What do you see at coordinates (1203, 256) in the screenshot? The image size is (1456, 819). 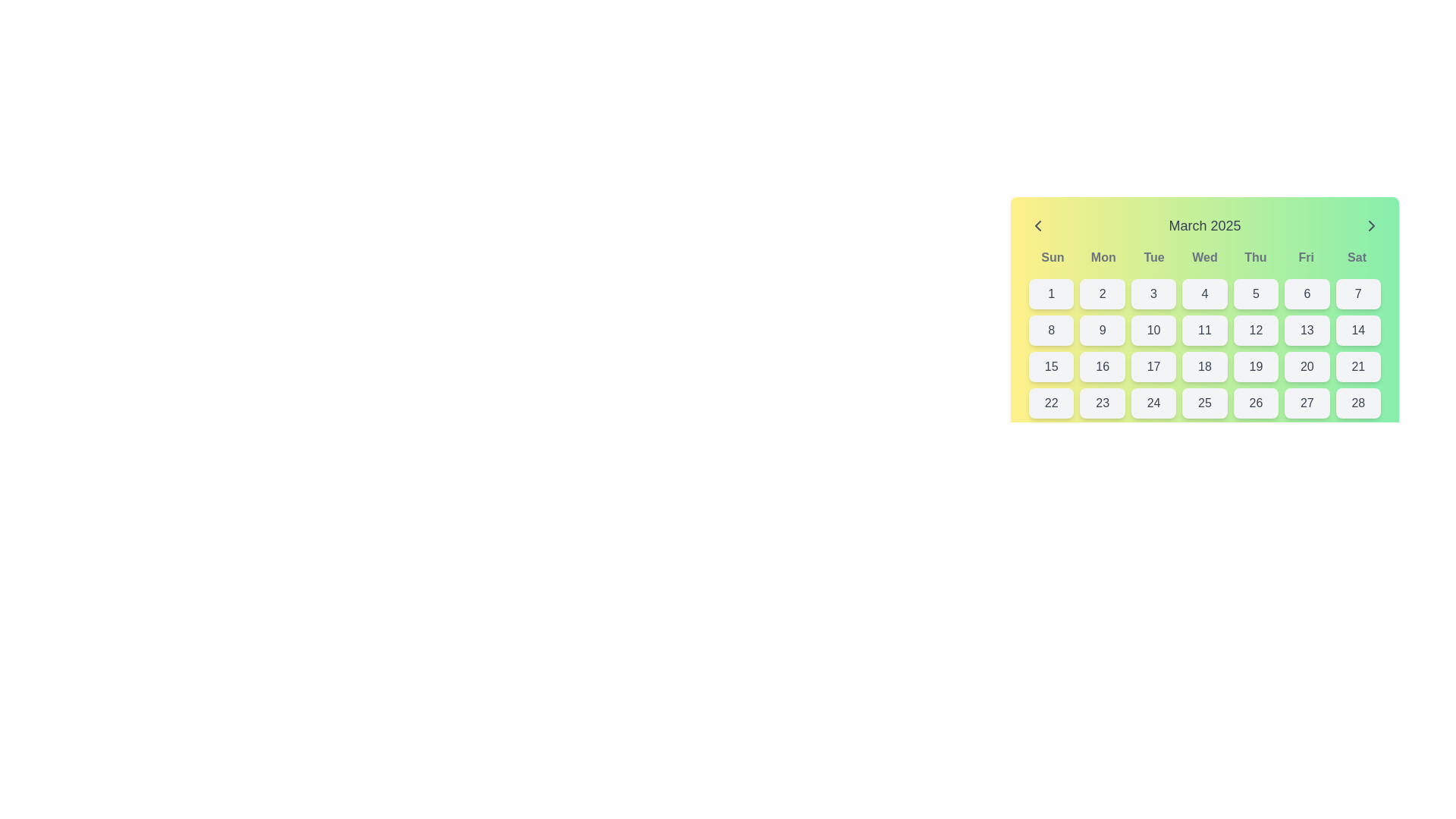 I see `the static text label representing Wednesday in the calendar header row, located between 'Tue' and 'Thu'` at bounding box center [1203, 256].